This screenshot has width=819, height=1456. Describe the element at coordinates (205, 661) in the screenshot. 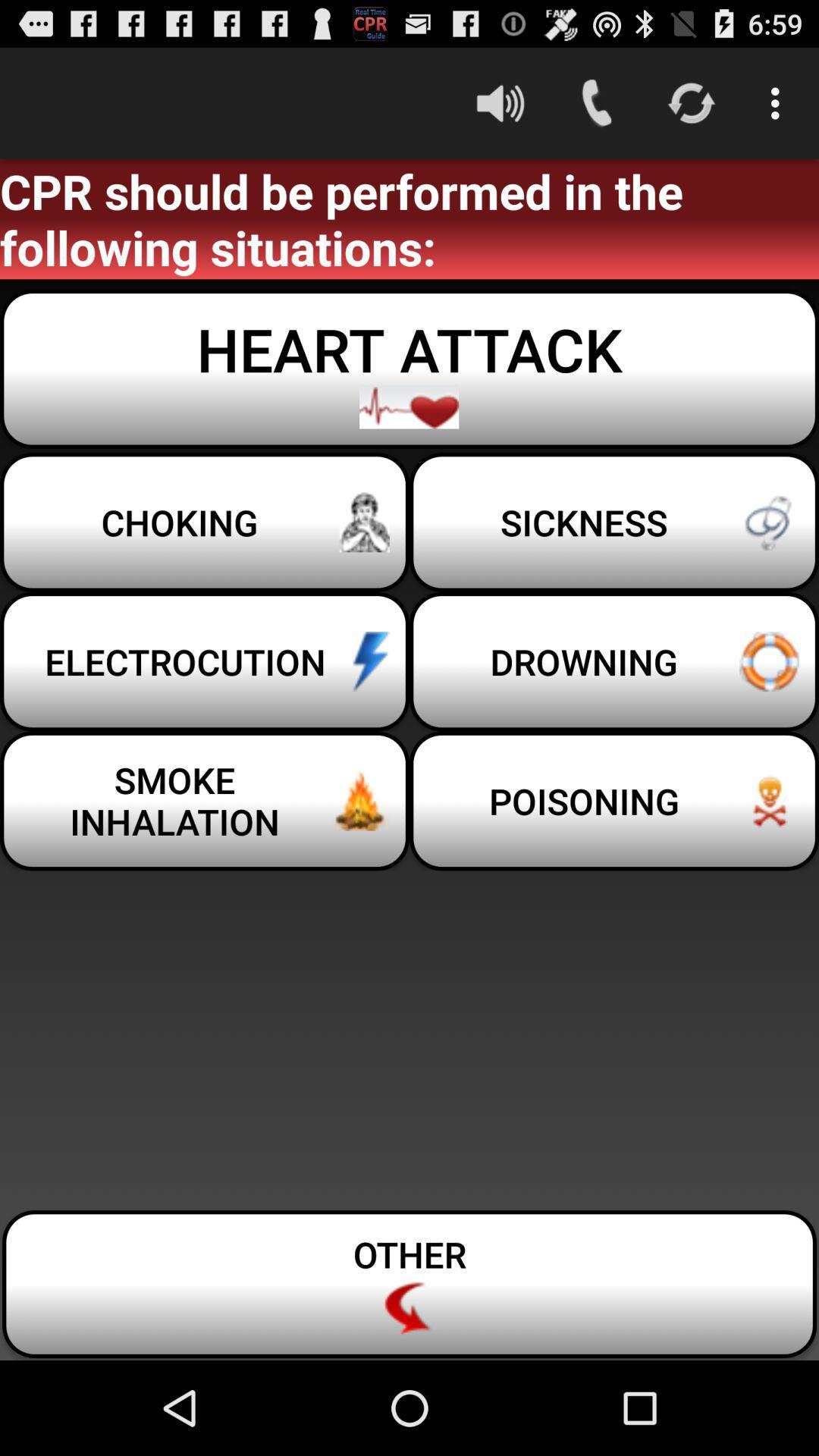

I see `item to the left of the sickness item` at that location.